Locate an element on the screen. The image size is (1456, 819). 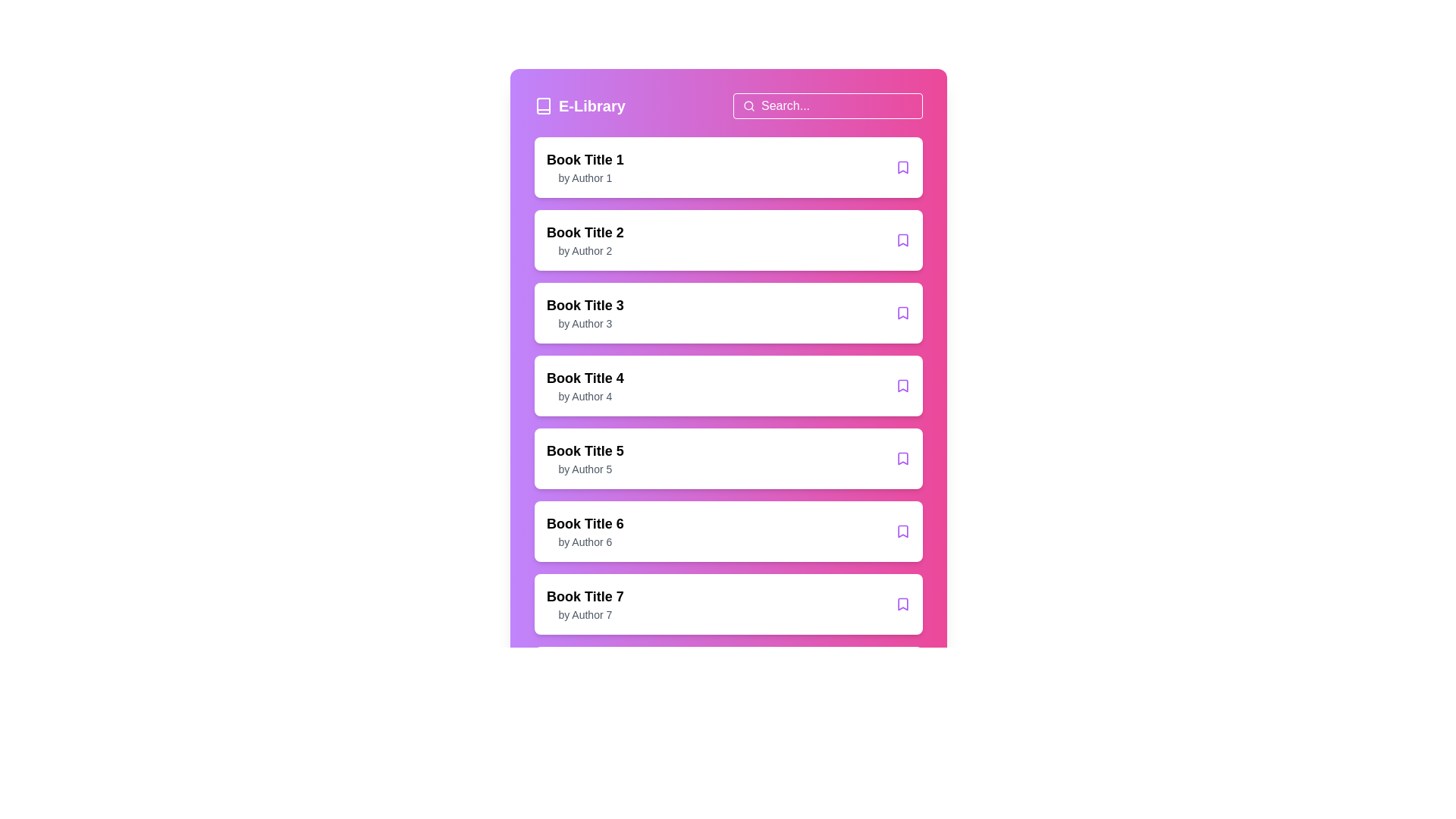
the author information displayed is located at coordinates (584, 468).